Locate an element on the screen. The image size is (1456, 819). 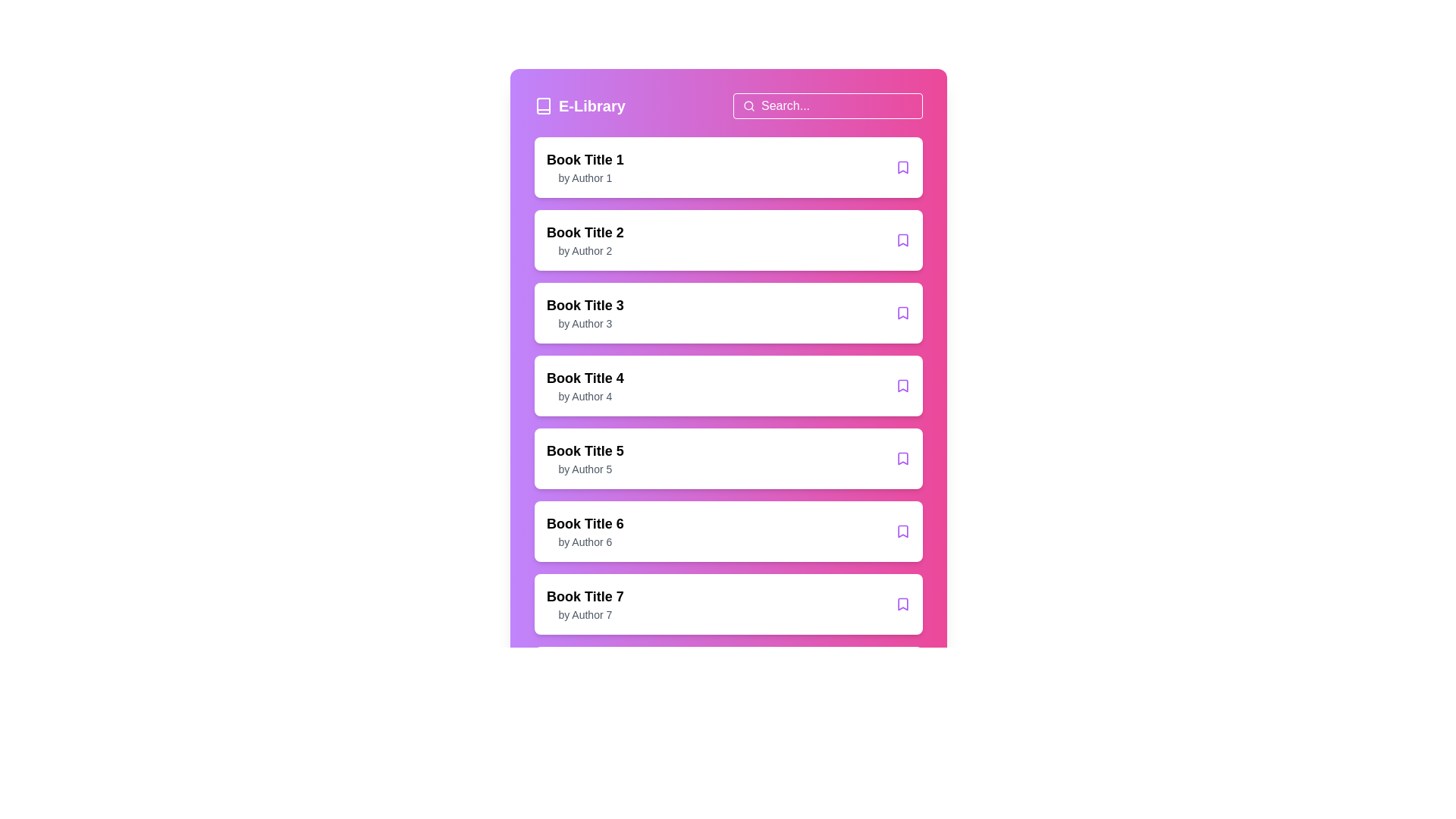
the author information displayed is located at coordinates (584, 468).